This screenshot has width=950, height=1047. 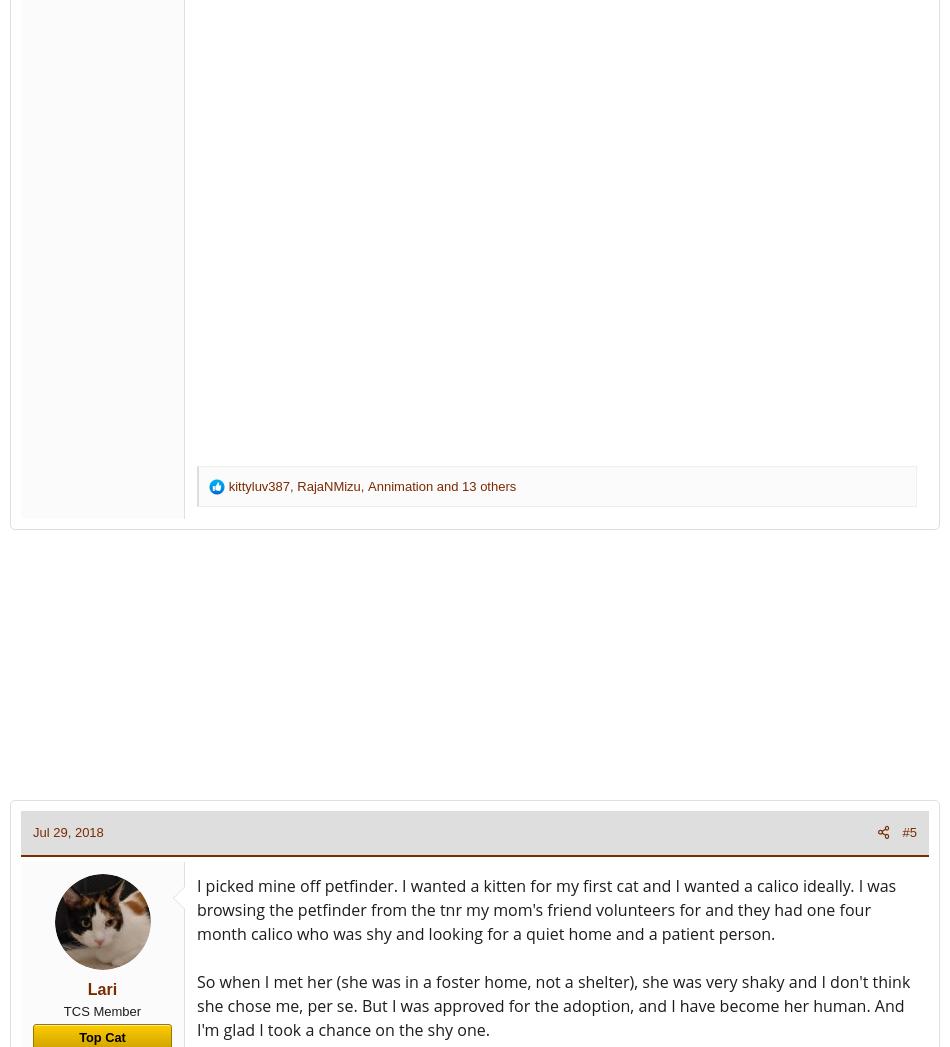 What do you see at coordinates (257, 484) in the screenshot?
I see `'kittyluv387'` at bounding box center [257, 484].